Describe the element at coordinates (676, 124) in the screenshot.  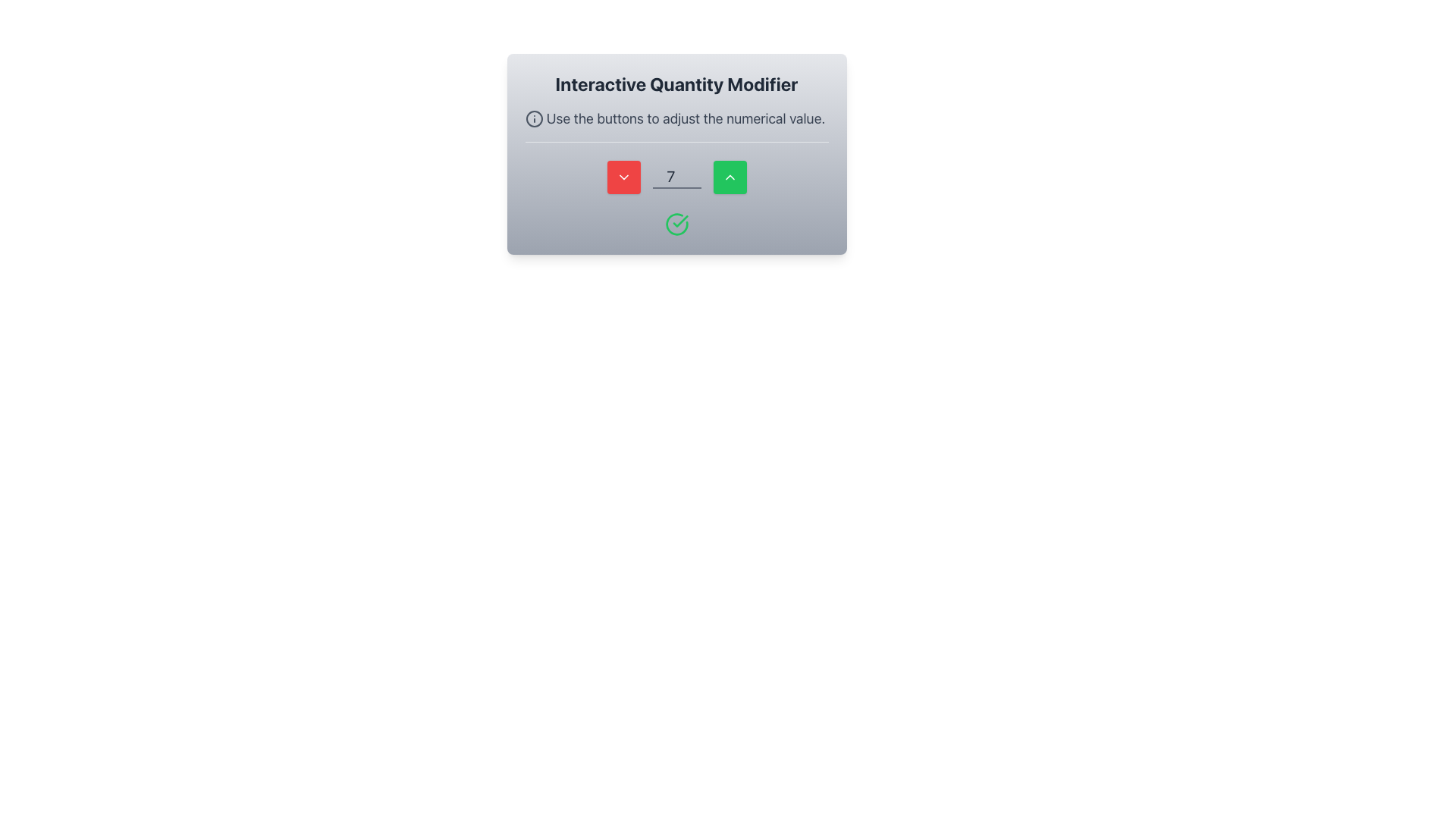
I see `the text block that contains the message 'Use the buttons to adjust the numerical value.' which is styled in medium-sized gray text and is positioned below the title 'Interactive Quantity Modifier'` at that location.